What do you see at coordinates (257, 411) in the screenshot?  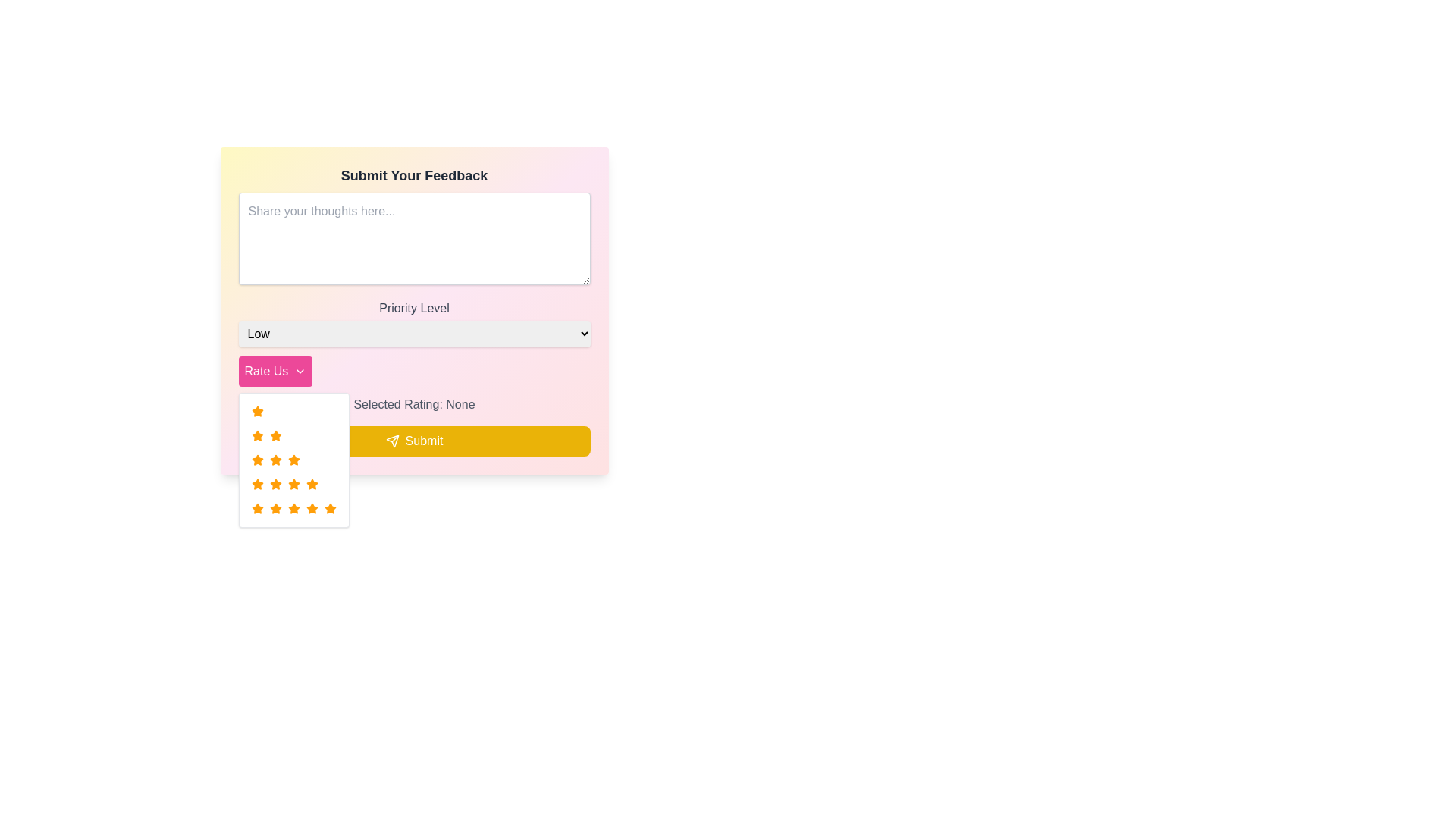 I see `the vibrant orange star-shaped rating icon from the top-left position in the 'Rate Us' dropdown menu` at bounding box center [257, 411].